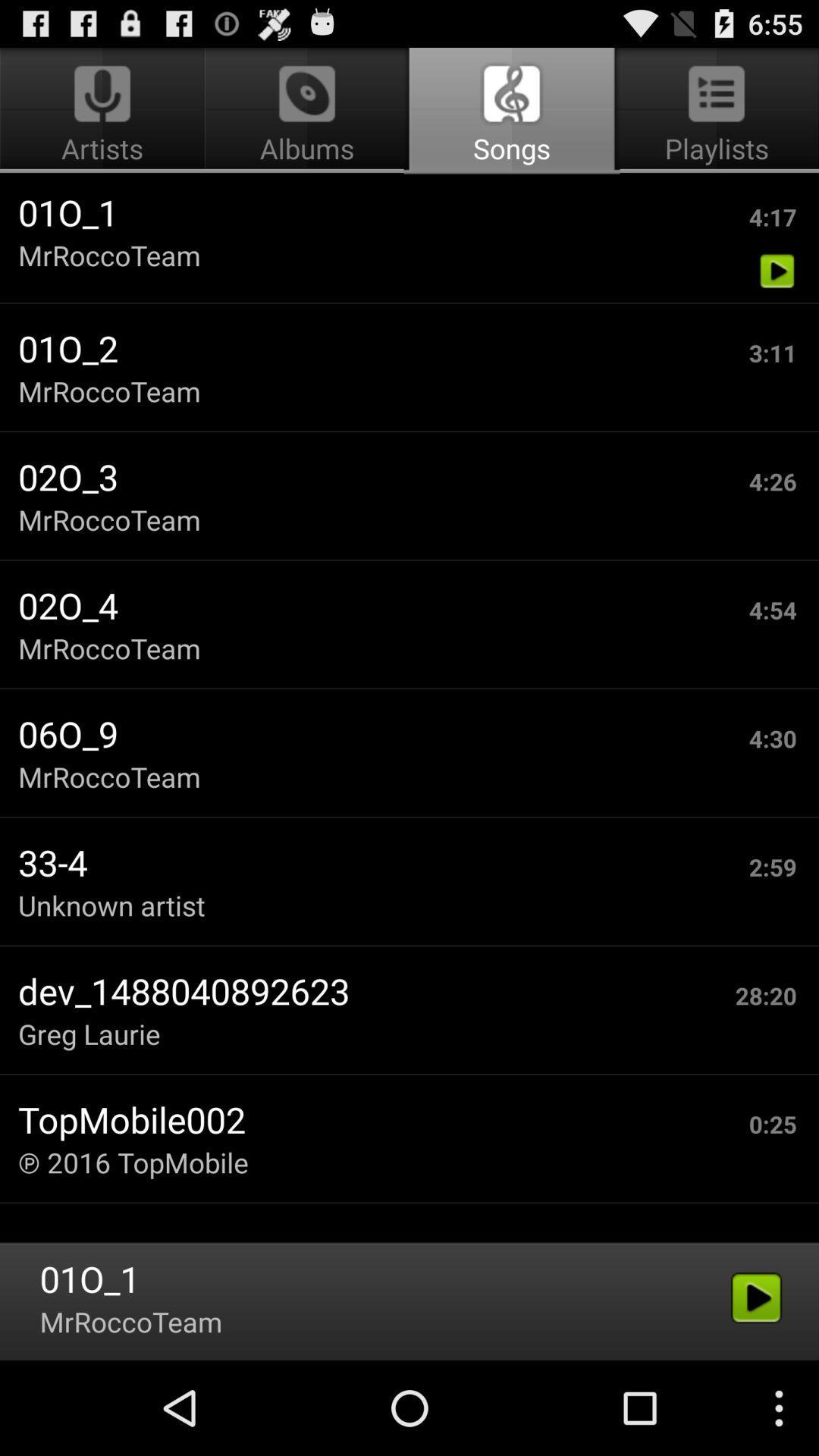  Describe the element at coordinates (104, 111) in the screenshot. I see `the app at the top left corner` at that location.